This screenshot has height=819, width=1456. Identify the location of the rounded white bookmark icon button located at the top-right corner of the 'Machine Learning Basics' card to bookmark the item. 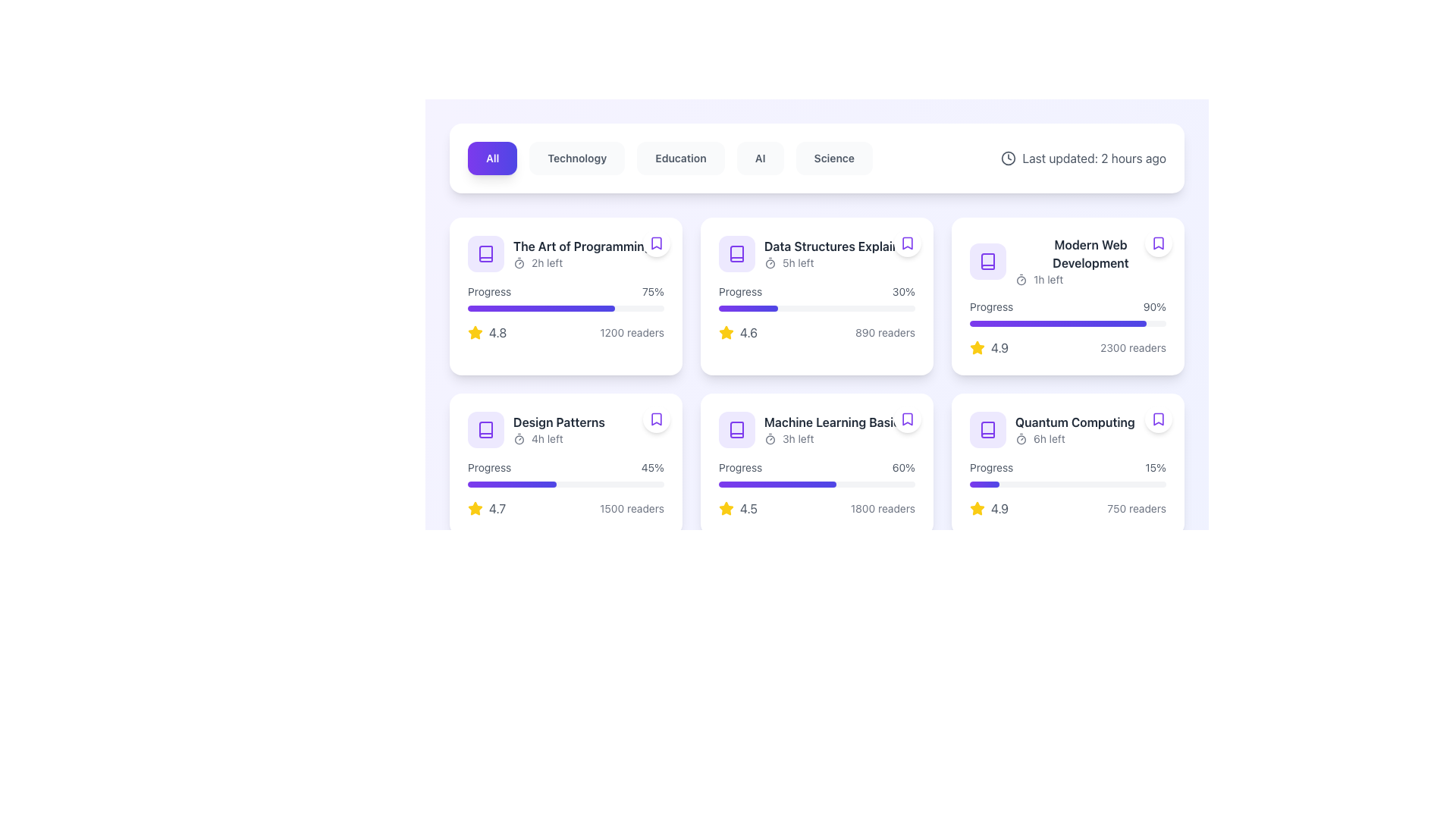
(907, 419).